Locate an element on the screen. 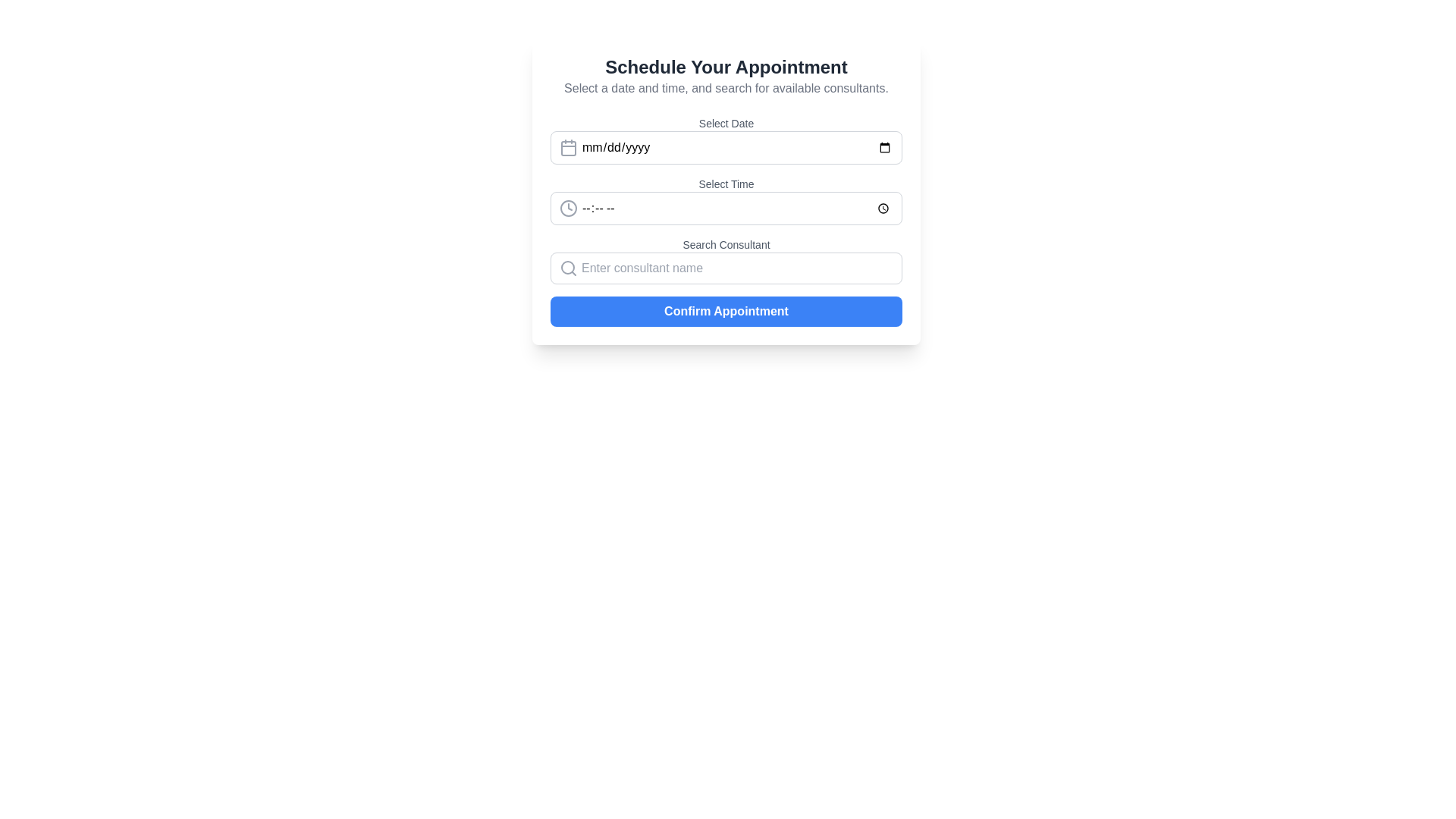 Image resolution: width=1456 pixels, height=819 pixels. the Date Picker input to focus it for date selection is located at coordinates (726, 140).